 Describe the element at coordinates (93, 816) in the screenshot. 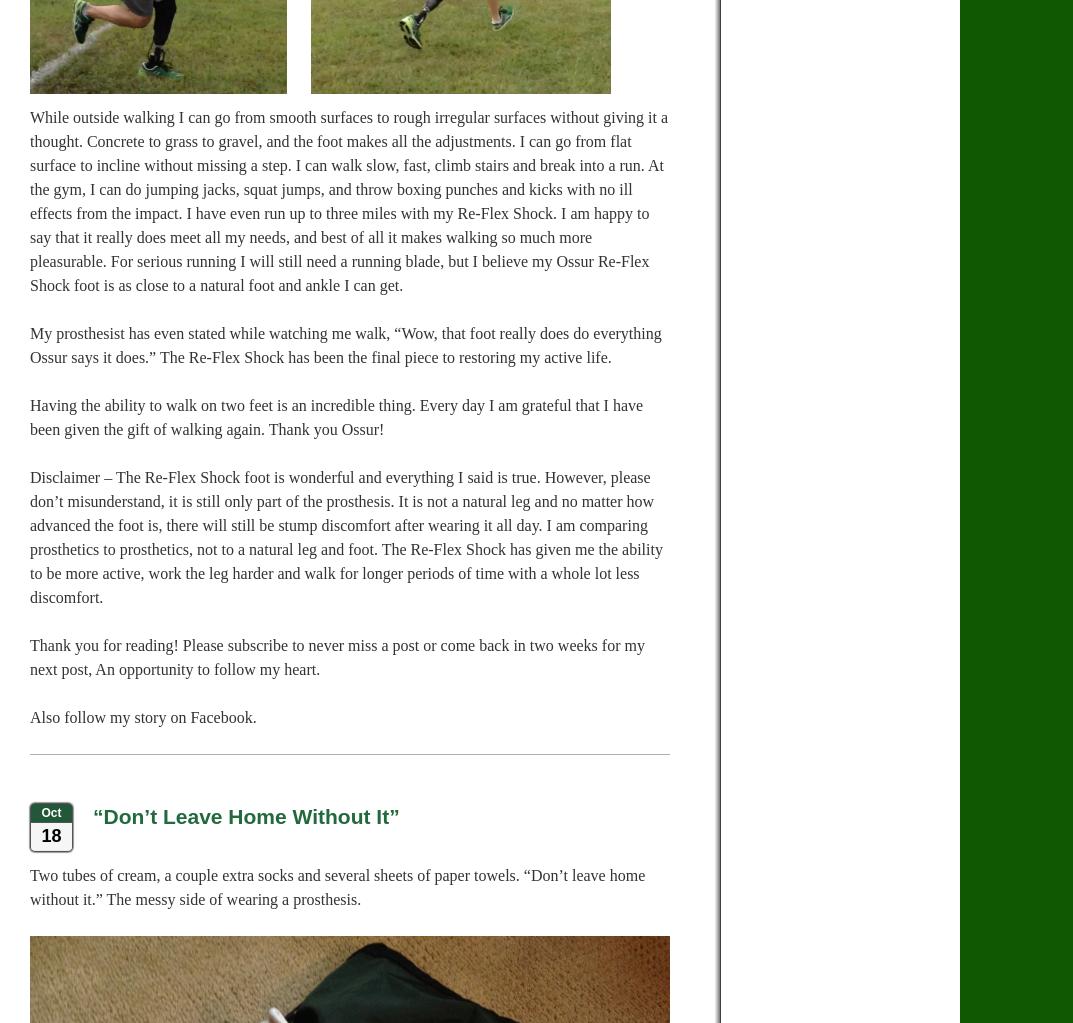

I see `'“Don’t Leave Home Without It”'` at that location.